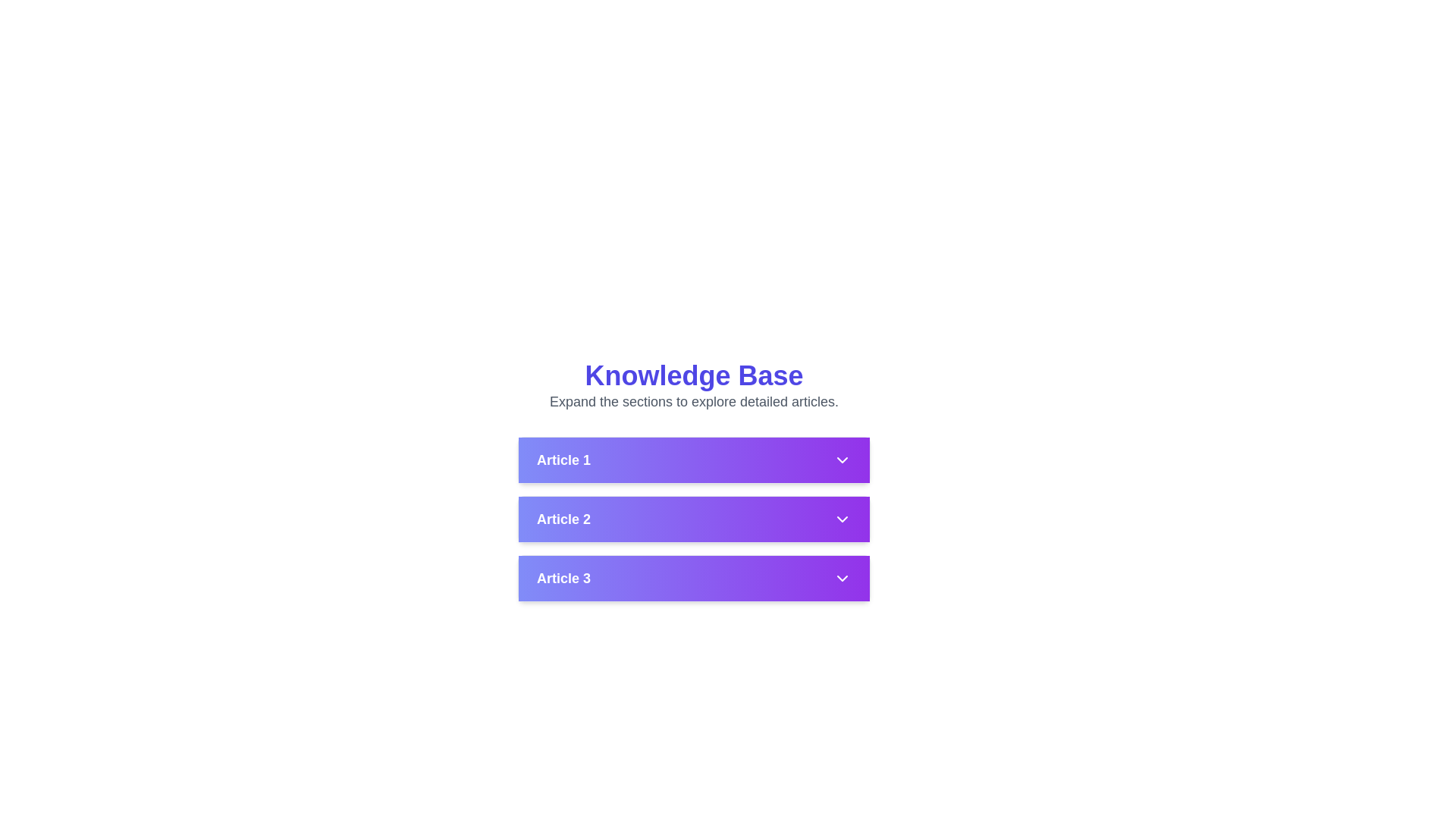 The width and height of the screenshot is (1456, 819). Describe the element at coordinates (841, 459) in the screenshot. I see `the downward-pointing chevron arrow icon styled in white` at that location.